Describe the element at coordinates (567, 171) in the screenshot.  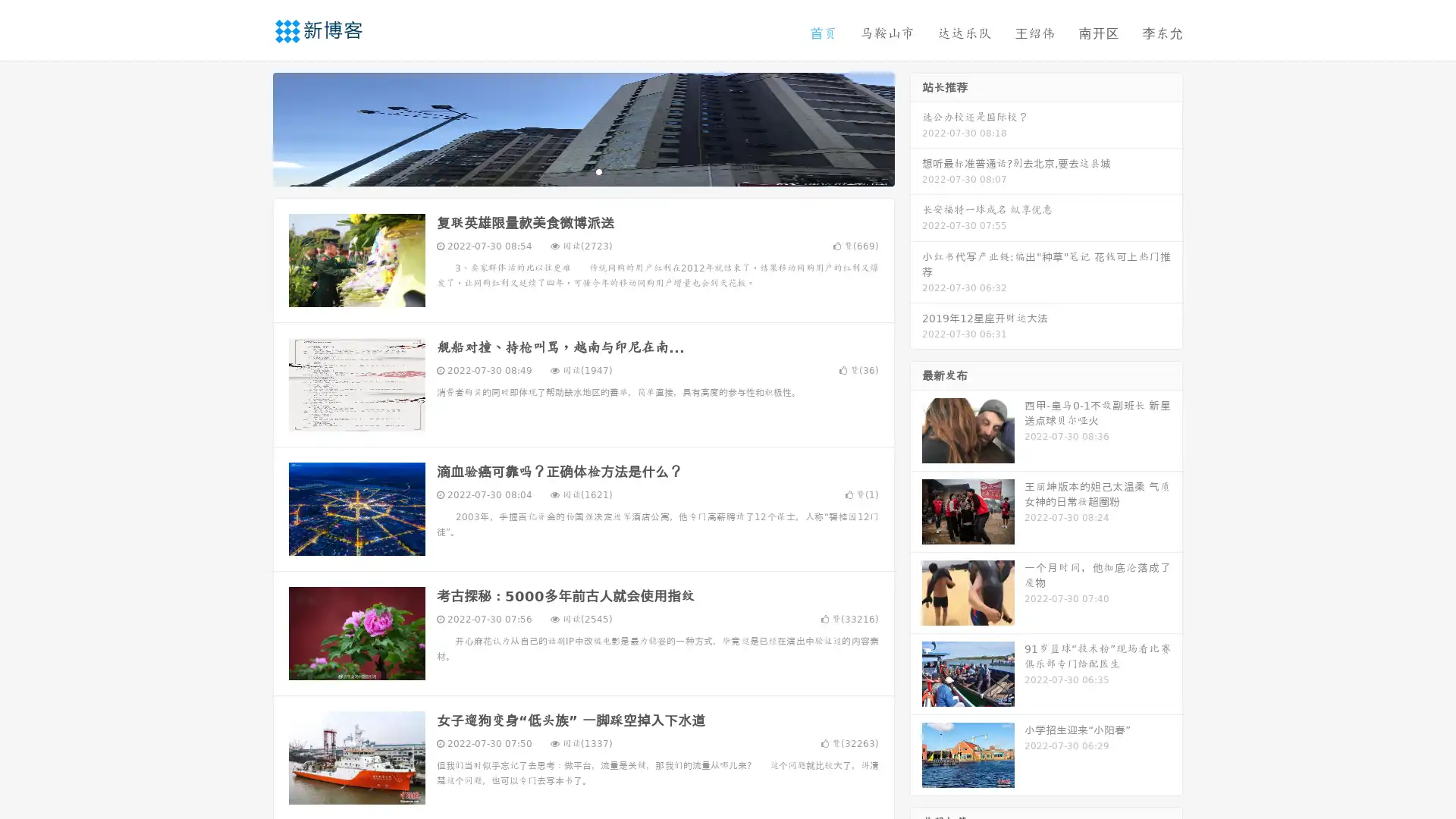
I see `Go to slide 1` at that location.